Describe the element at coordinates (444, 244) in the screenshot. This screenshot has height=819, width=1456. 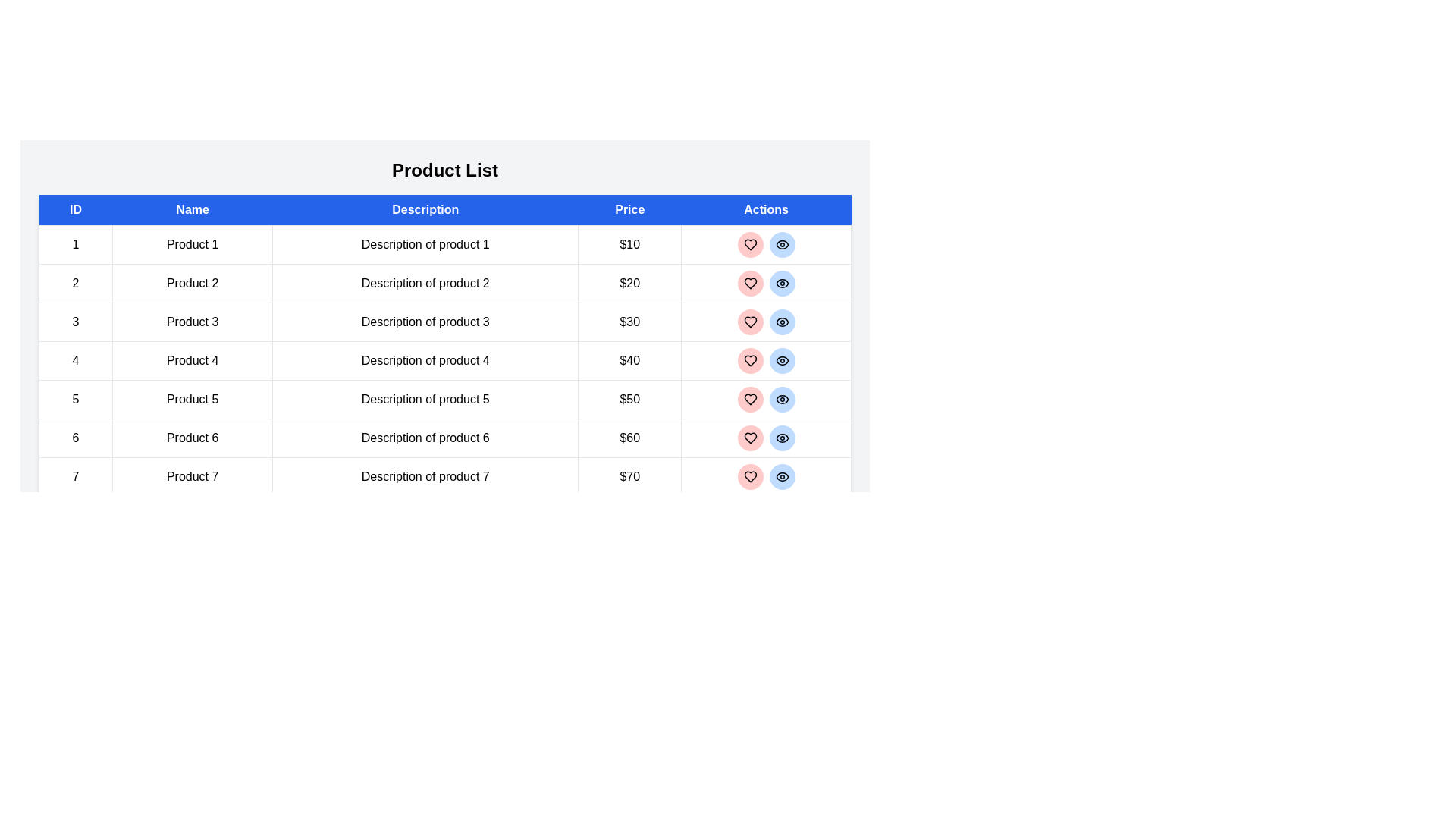
I see `the row corresponding to product 1` at that location.